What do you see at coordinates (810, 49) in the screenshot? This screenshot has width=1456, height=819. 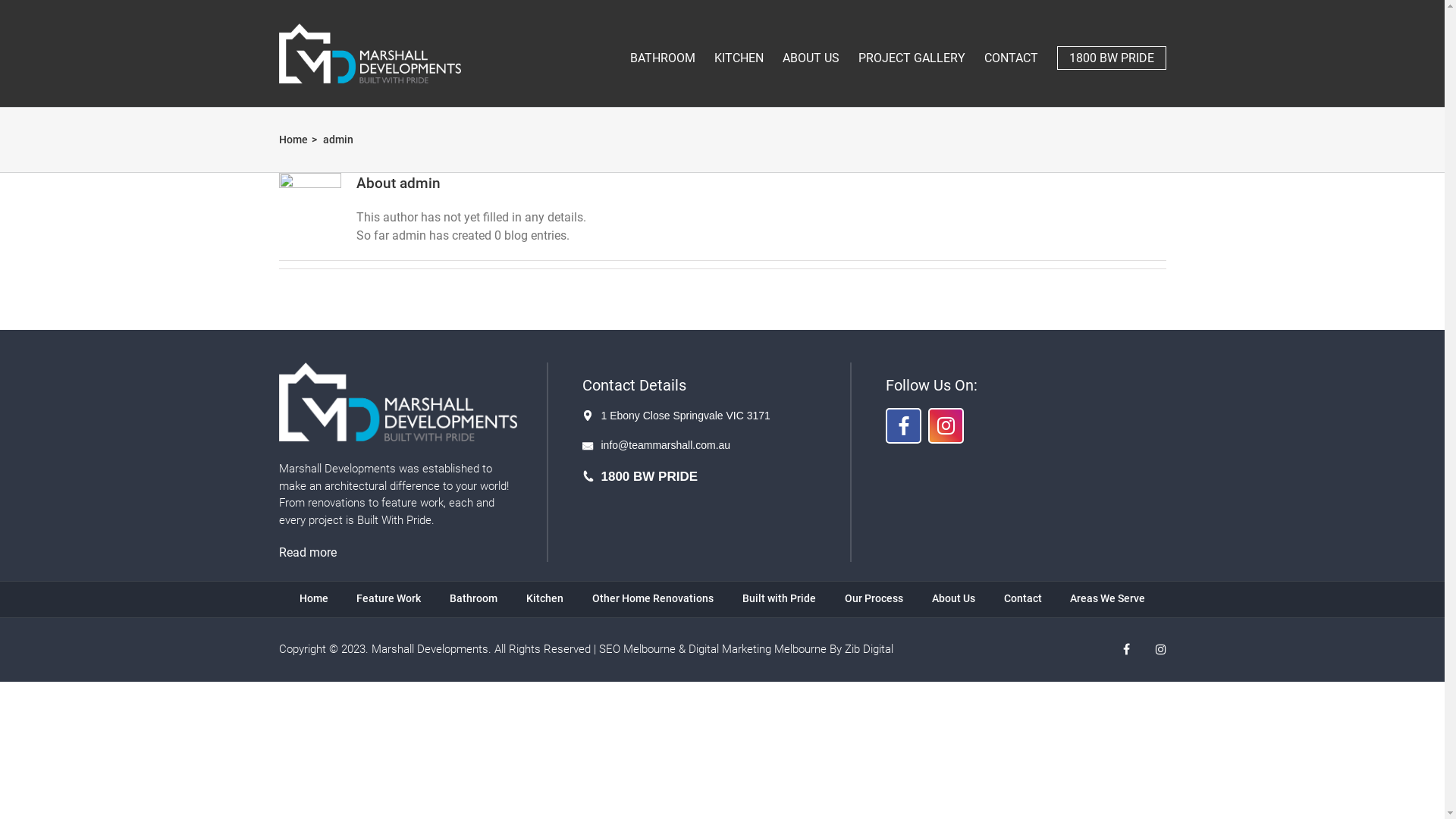 I see `'ABOUT US'` at bounding box center [810, 49].